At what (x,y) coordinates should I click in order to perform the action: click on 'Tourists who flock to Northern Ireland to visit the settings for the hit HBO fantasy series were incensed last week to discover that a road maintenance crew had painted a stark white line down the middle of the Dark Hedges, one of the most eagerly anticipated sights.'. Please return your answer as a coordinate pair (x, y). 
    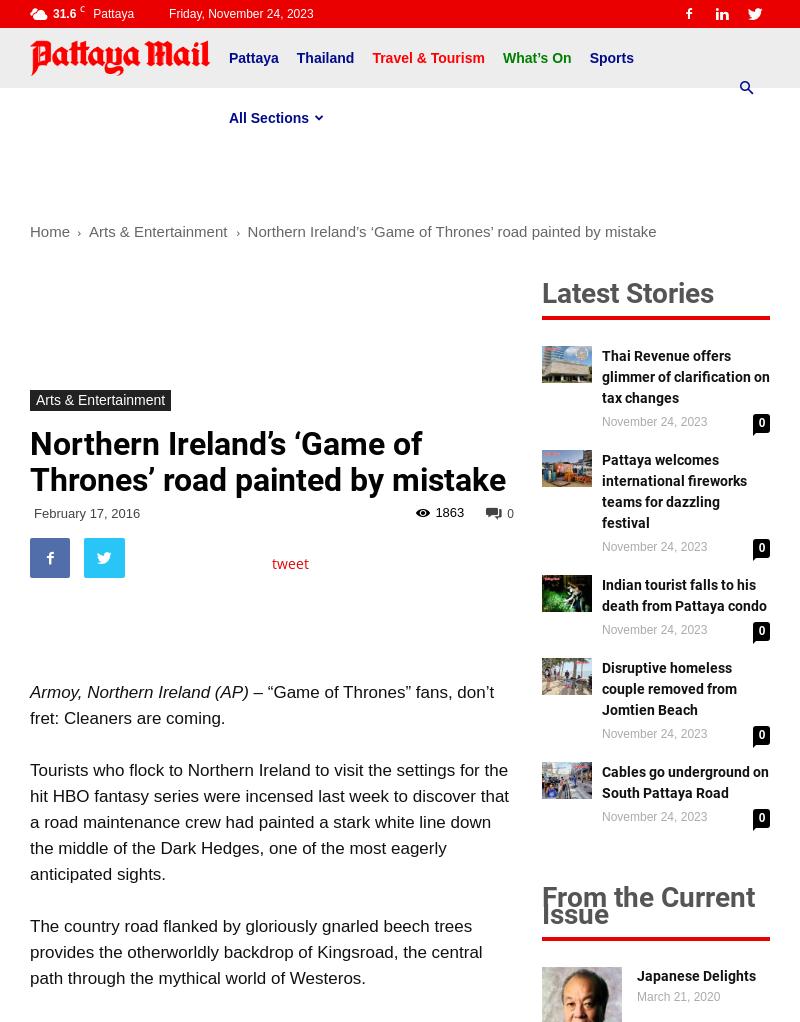
    Looking at the image, I should click on (269, 821).